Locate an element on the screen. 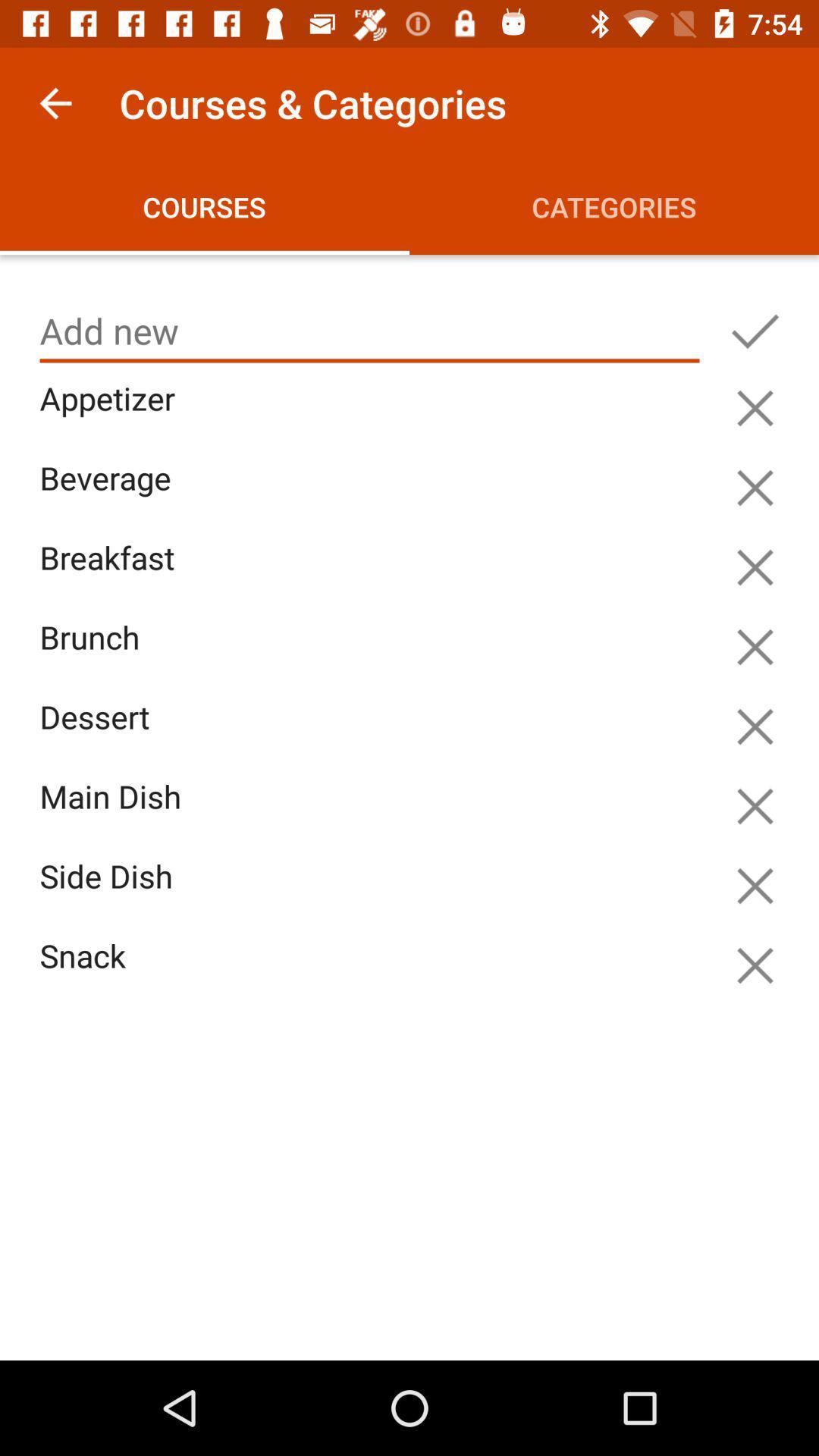 The width and height of the screenshot is (819, 1456). icon below the brunch icon is located at coordinates (373, 735).